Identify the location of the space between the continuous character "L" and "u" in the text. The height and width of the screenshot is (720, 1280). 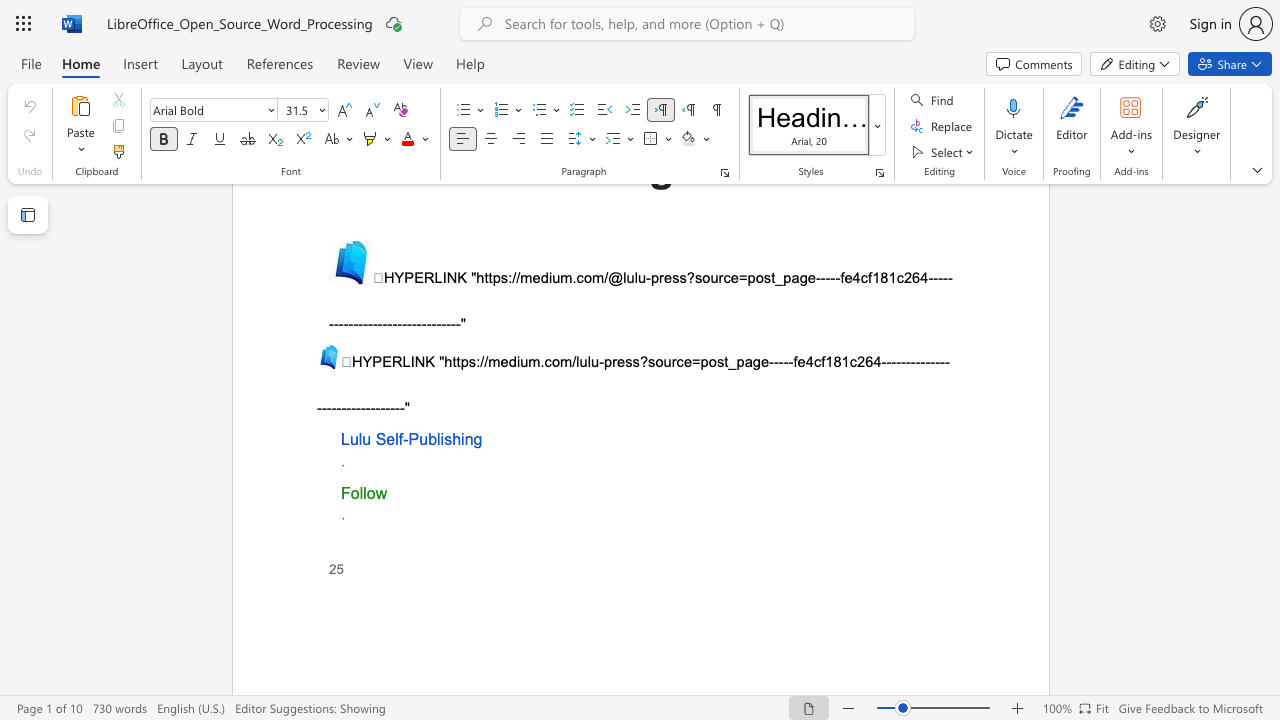
(349, 438).